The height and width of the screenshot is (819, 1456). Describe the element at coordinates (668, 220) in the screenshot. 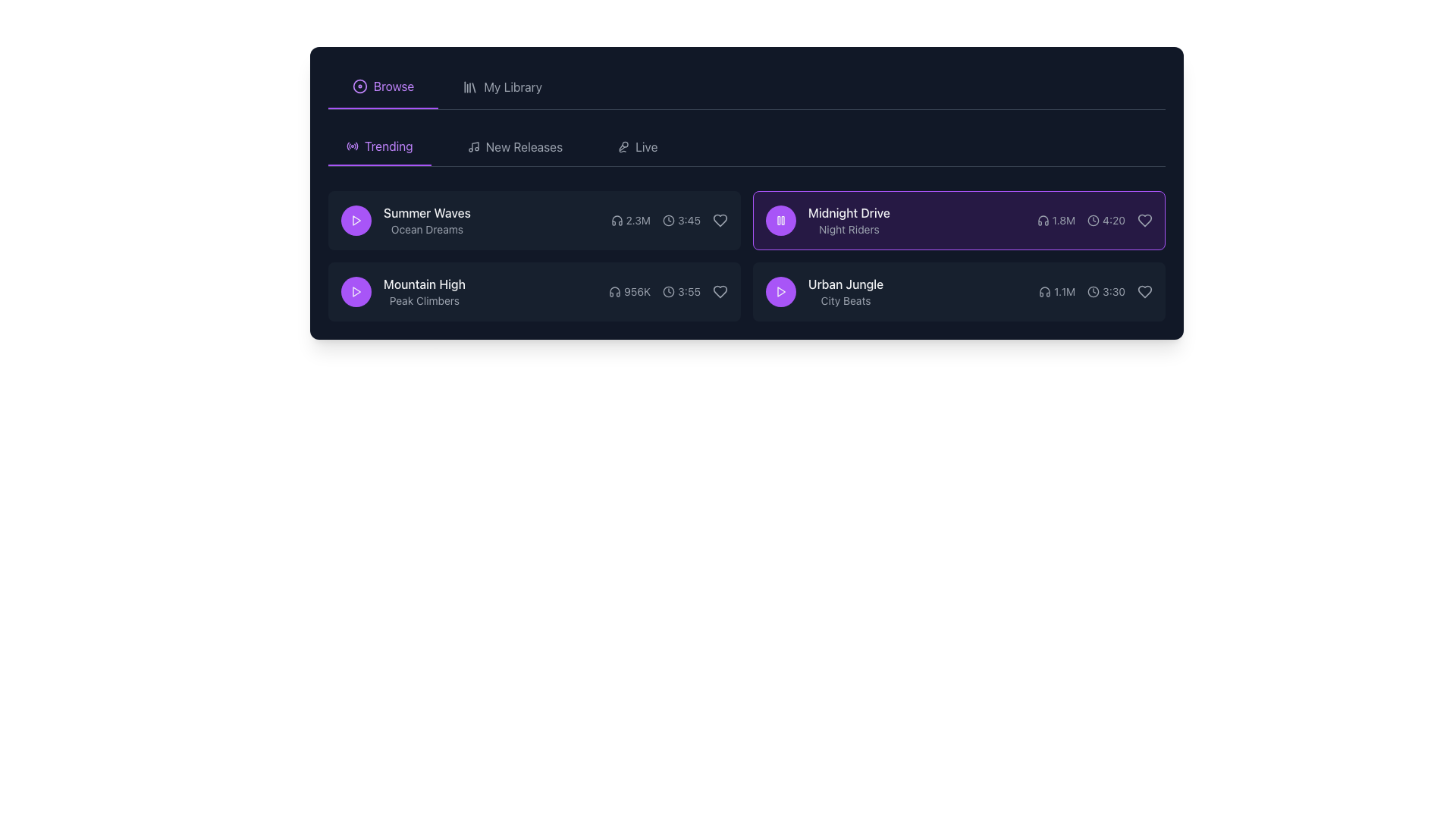

I see `the static content composed of icons and text in the 'Trending' section, specifically the entry for 'Summer Waves', which includes a headphone icon and a clock icon` at that location.